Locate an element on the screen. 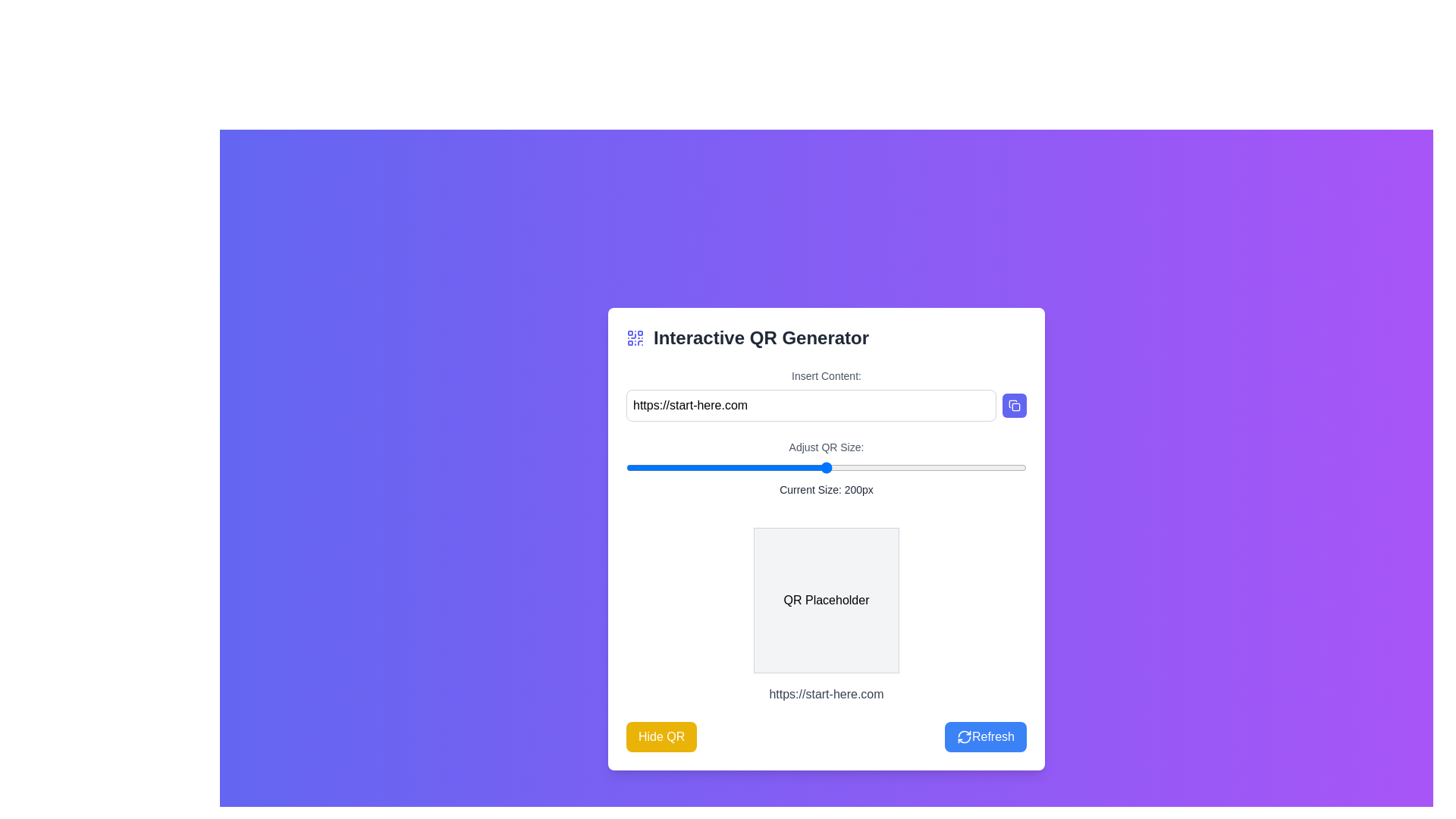  the gray square labeled 'QR Placeholder' located beneath the 'Adjust QR Size' section in the Interactive QR Generator interface is located at coordinates (825, 599).